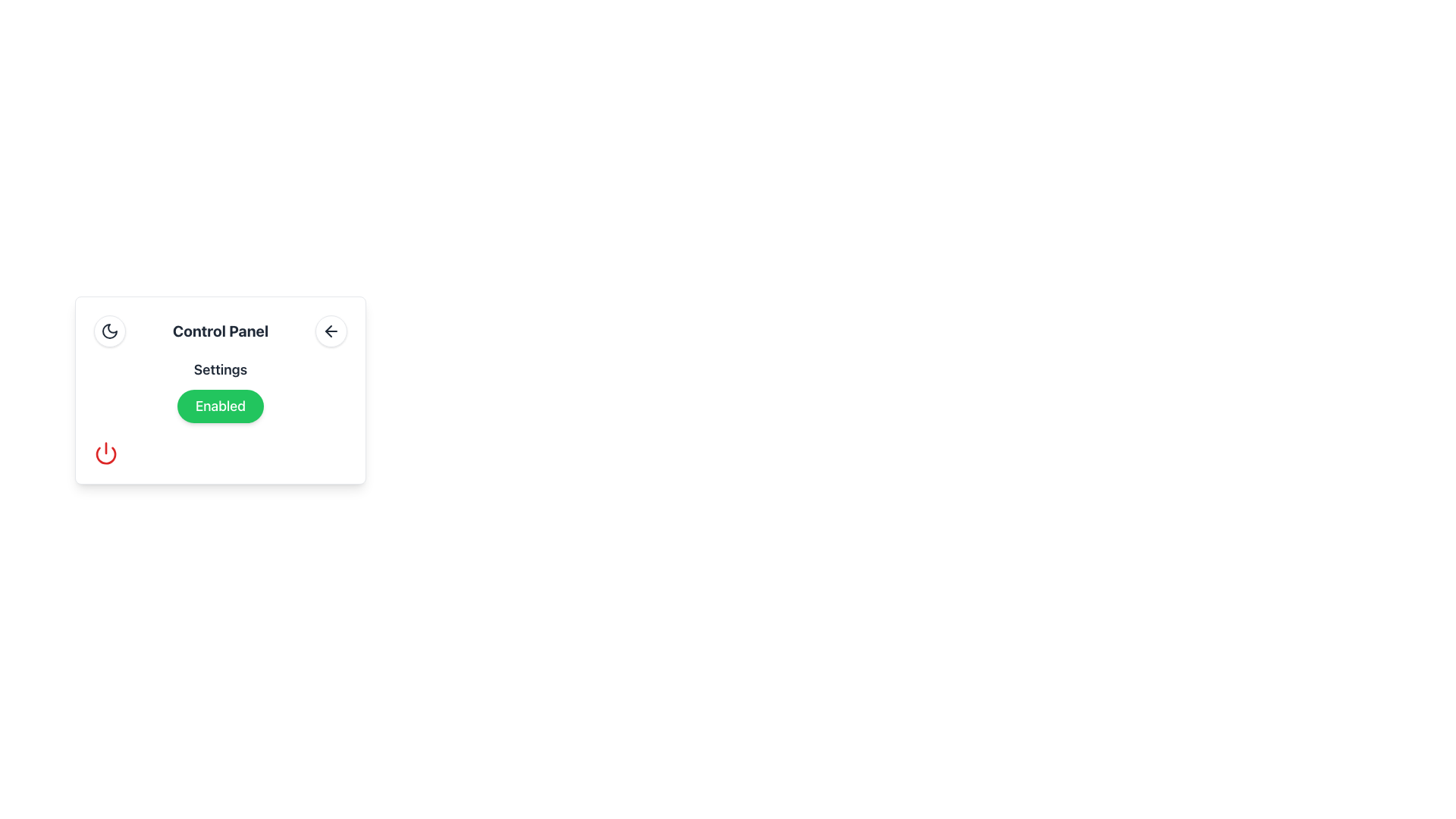 The image size is (1456, 819). I want to click on the 'Settings' text label element, which is styled with a bold and larger font size and is centered above the green button labeled 'Enabled', so click(220, 370).